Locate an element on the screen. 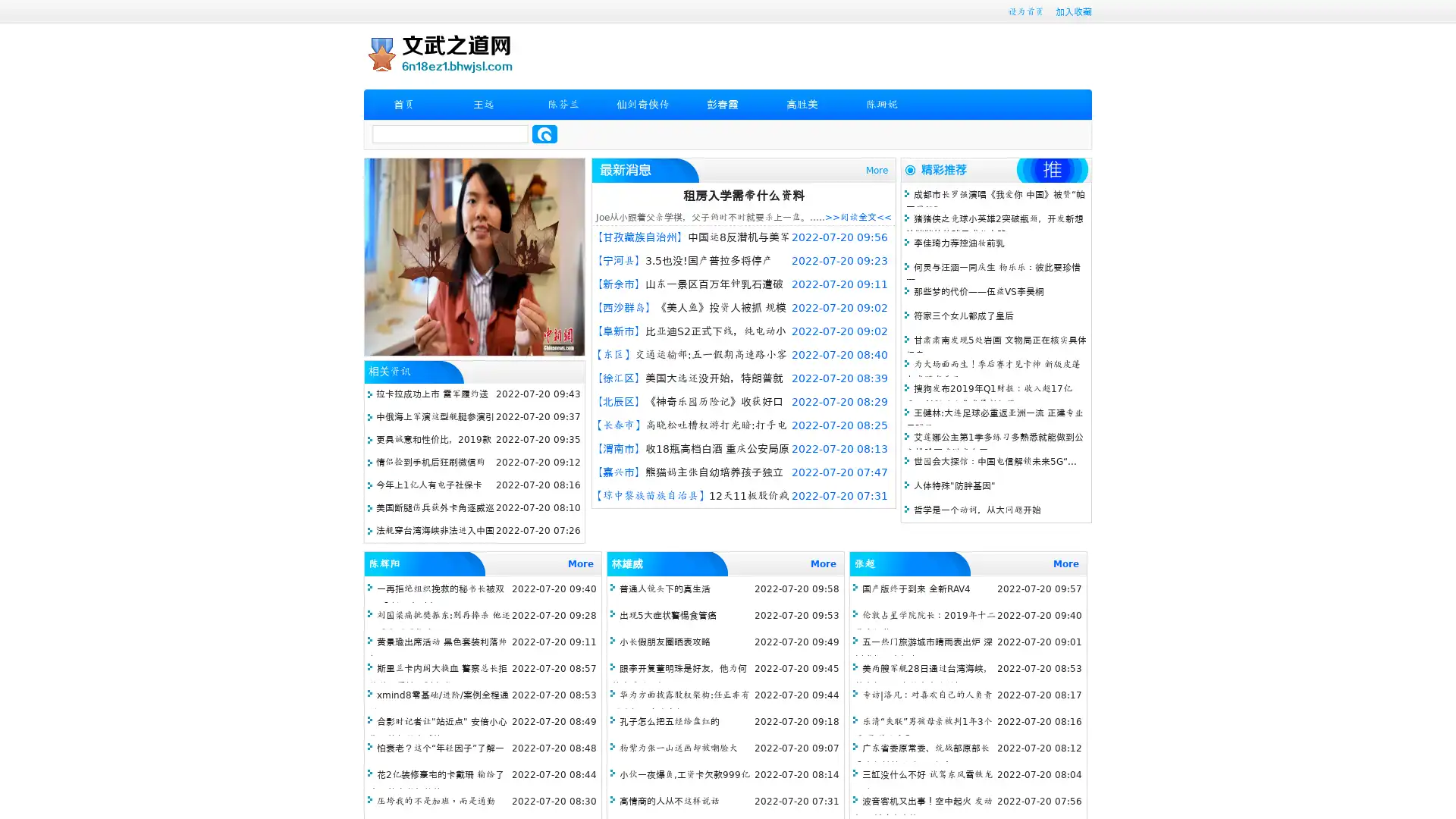  Search is located at coordinates (544, 133).